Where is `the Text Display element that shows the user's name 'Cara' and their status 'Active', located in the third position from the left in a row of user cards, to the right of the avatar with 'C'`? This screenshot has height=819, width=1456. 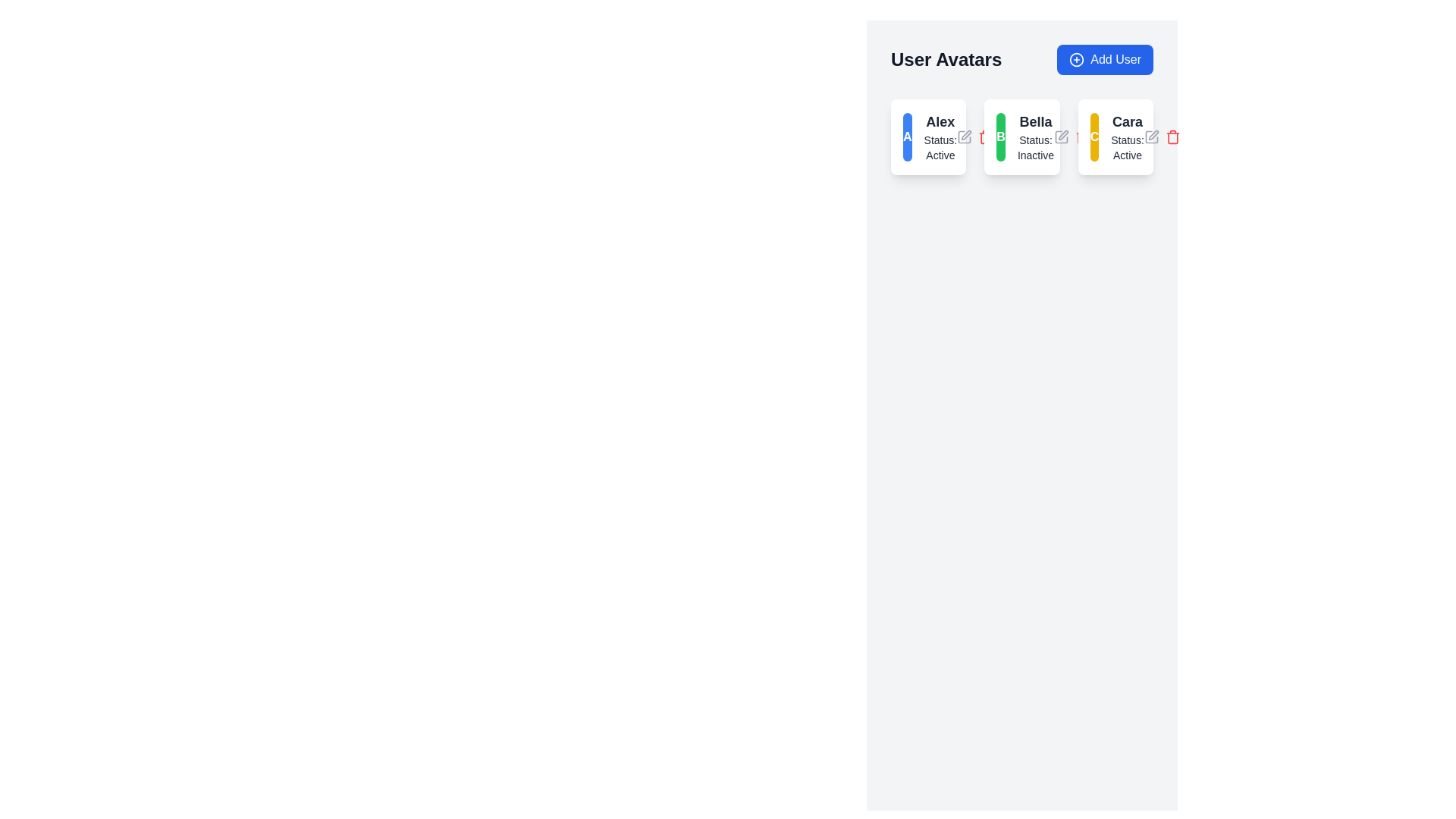 the Text Display element that shows the user's name 'Cara' and their status 'Active', located in the third position from the left in a row of user cards, to the right of the avatar with 'C' is located at coordinates (1128, 137).